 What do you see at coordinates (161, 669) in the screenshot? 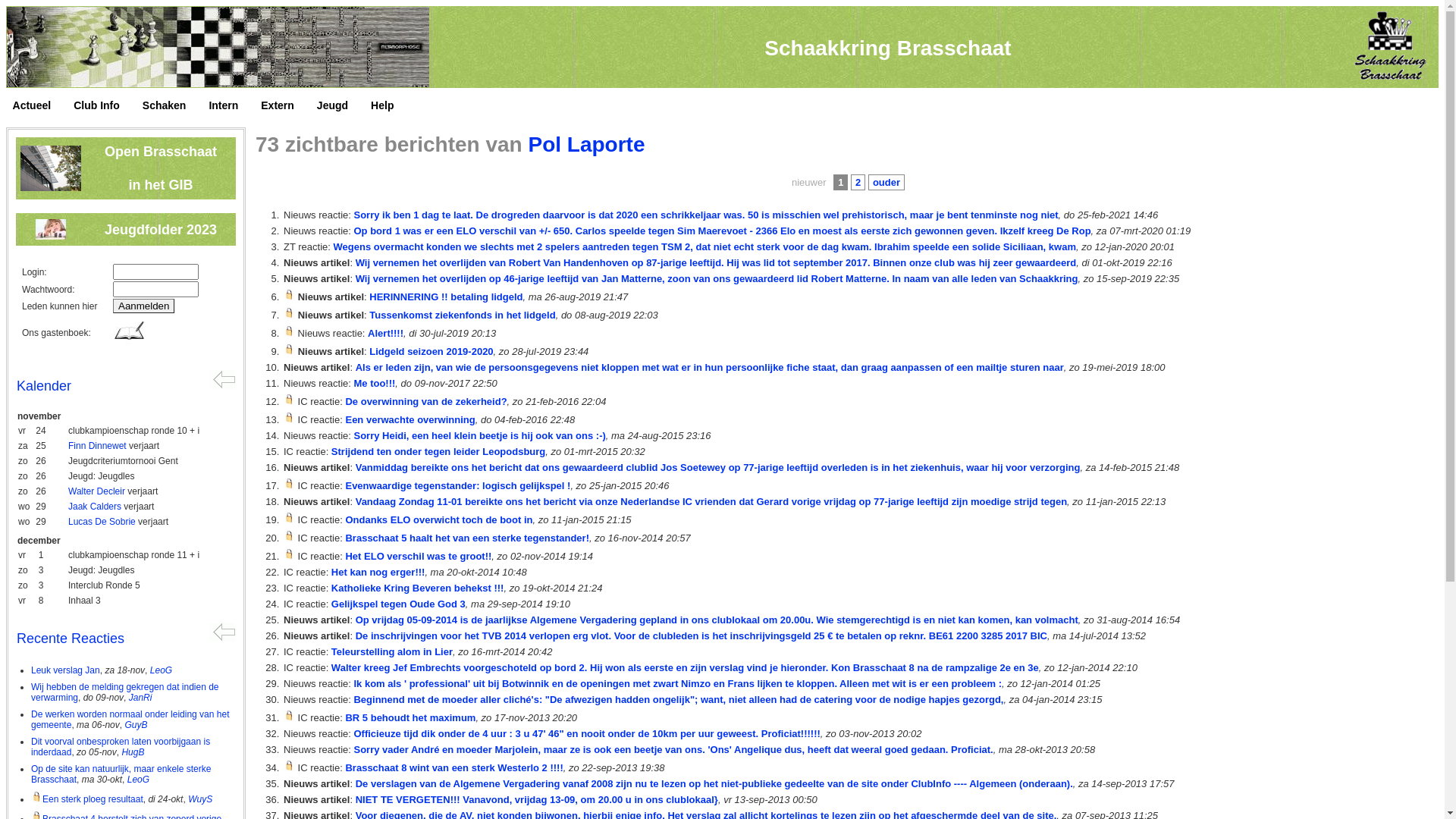
I see `'LeoG'` at bounding box center [161, 669].